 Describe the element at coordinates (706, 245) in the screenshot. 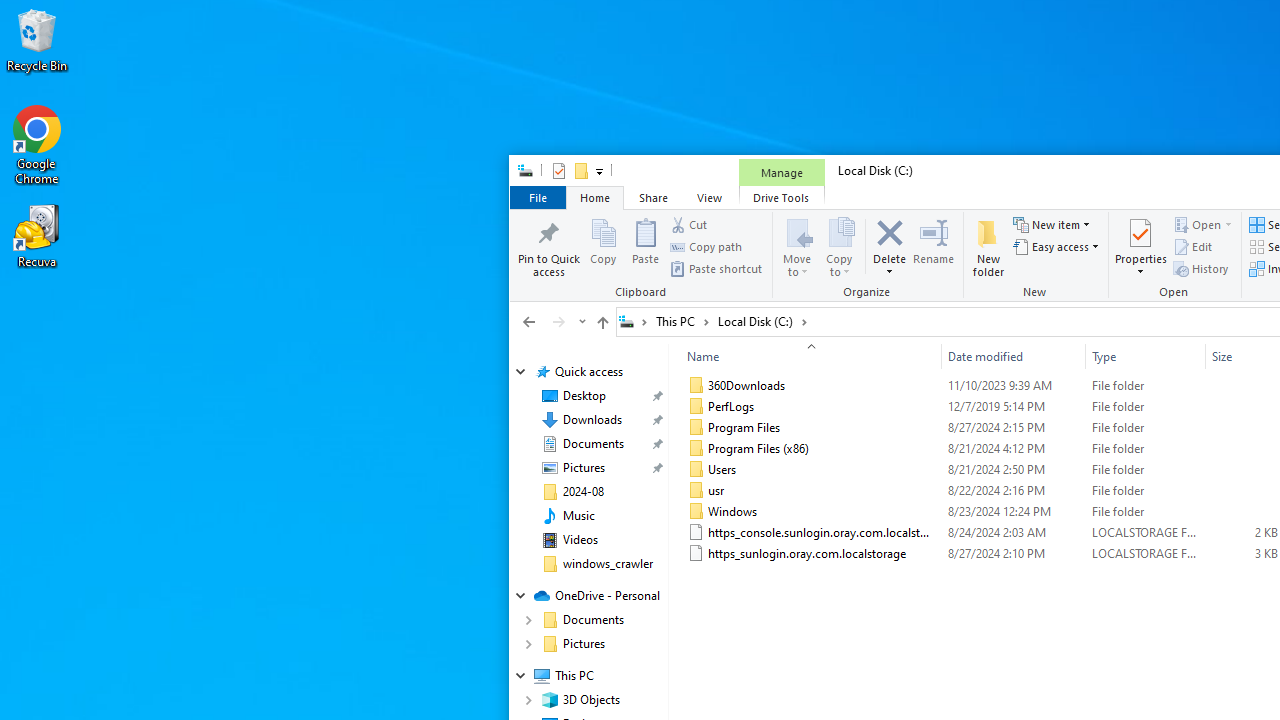

I see `'Copy path'` at that location.